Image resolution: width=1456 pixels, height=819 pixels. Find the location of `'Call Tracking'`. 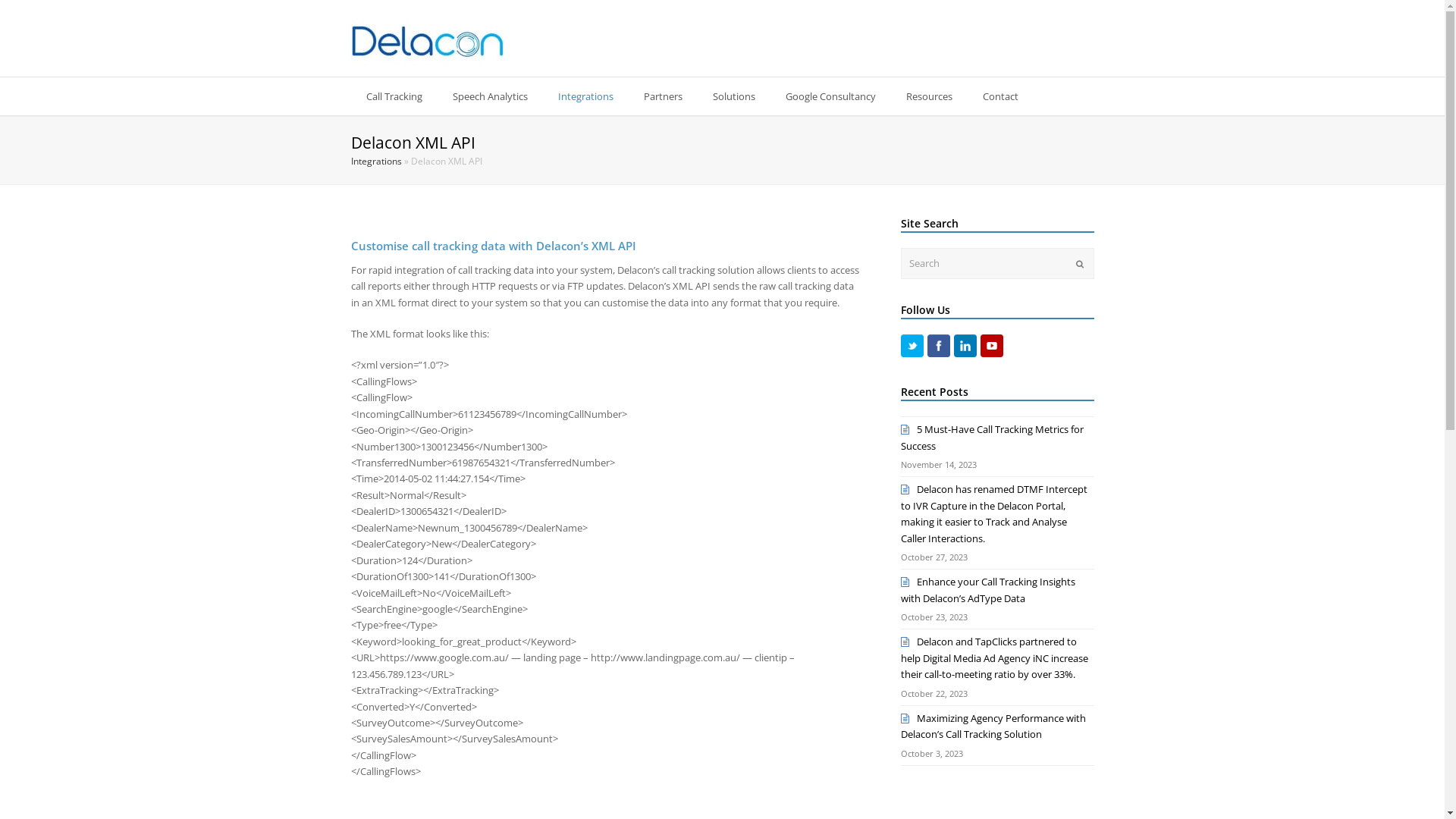

'Call Tracking' is located at coordinates (349, 96).